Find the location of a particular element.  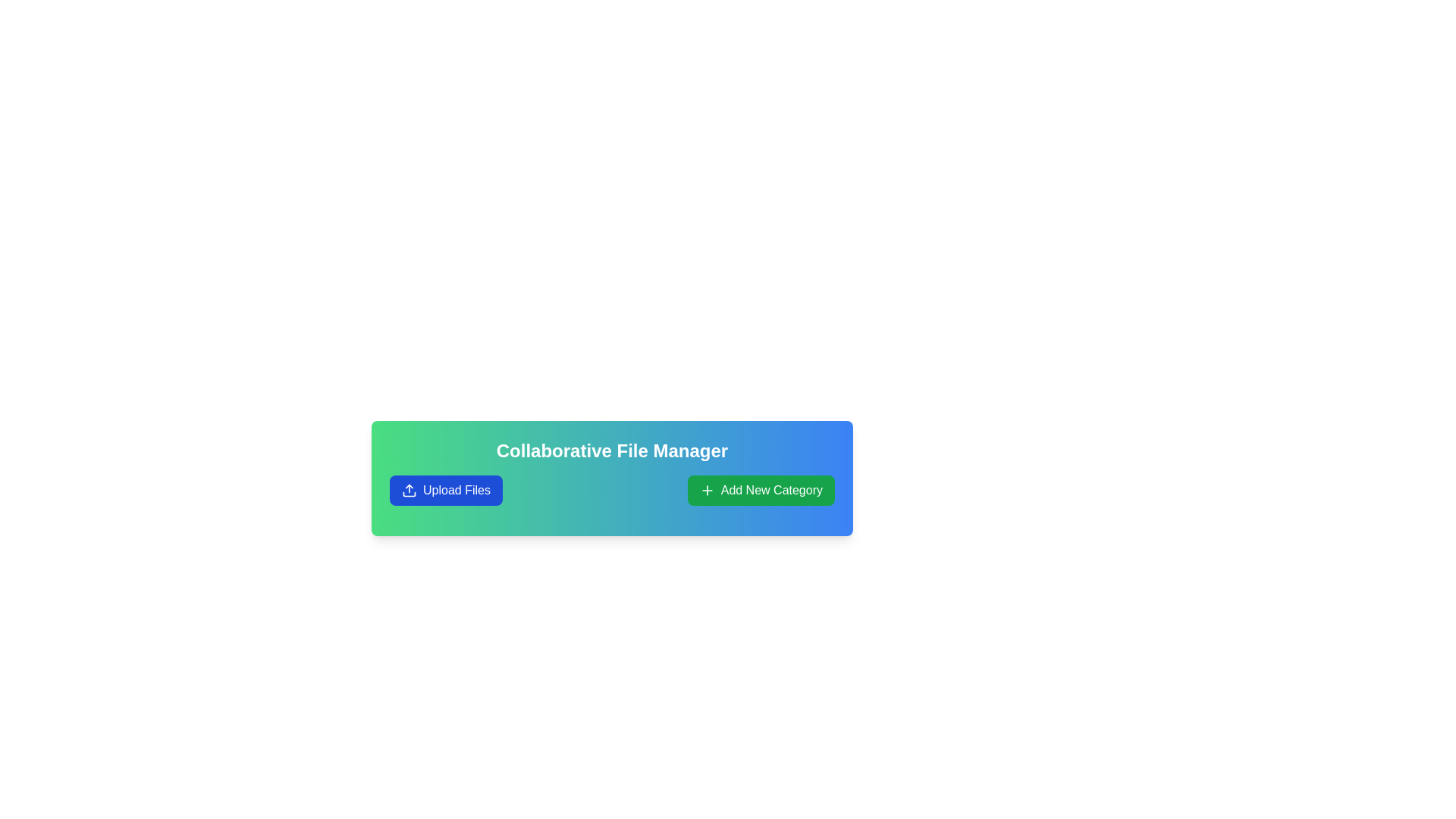

the icon representing a visual indicator for adding a new category, which is positioned to the left of the green 'Add New Category' button is located at coordinates (706, 491).